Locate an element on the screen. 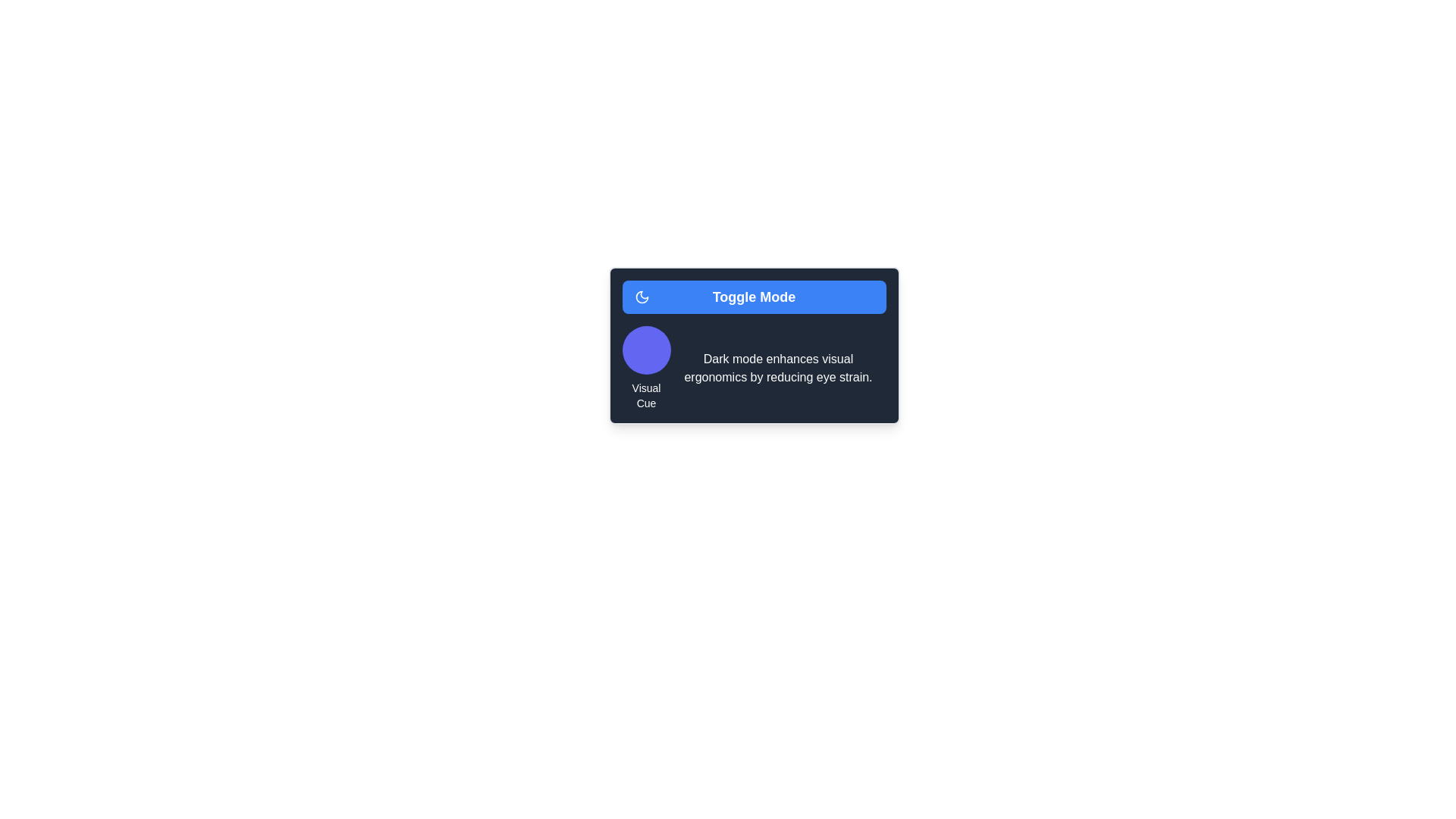  the 'Toggle Mode' button which contains the moon icon is located at coordinates (642, 297).